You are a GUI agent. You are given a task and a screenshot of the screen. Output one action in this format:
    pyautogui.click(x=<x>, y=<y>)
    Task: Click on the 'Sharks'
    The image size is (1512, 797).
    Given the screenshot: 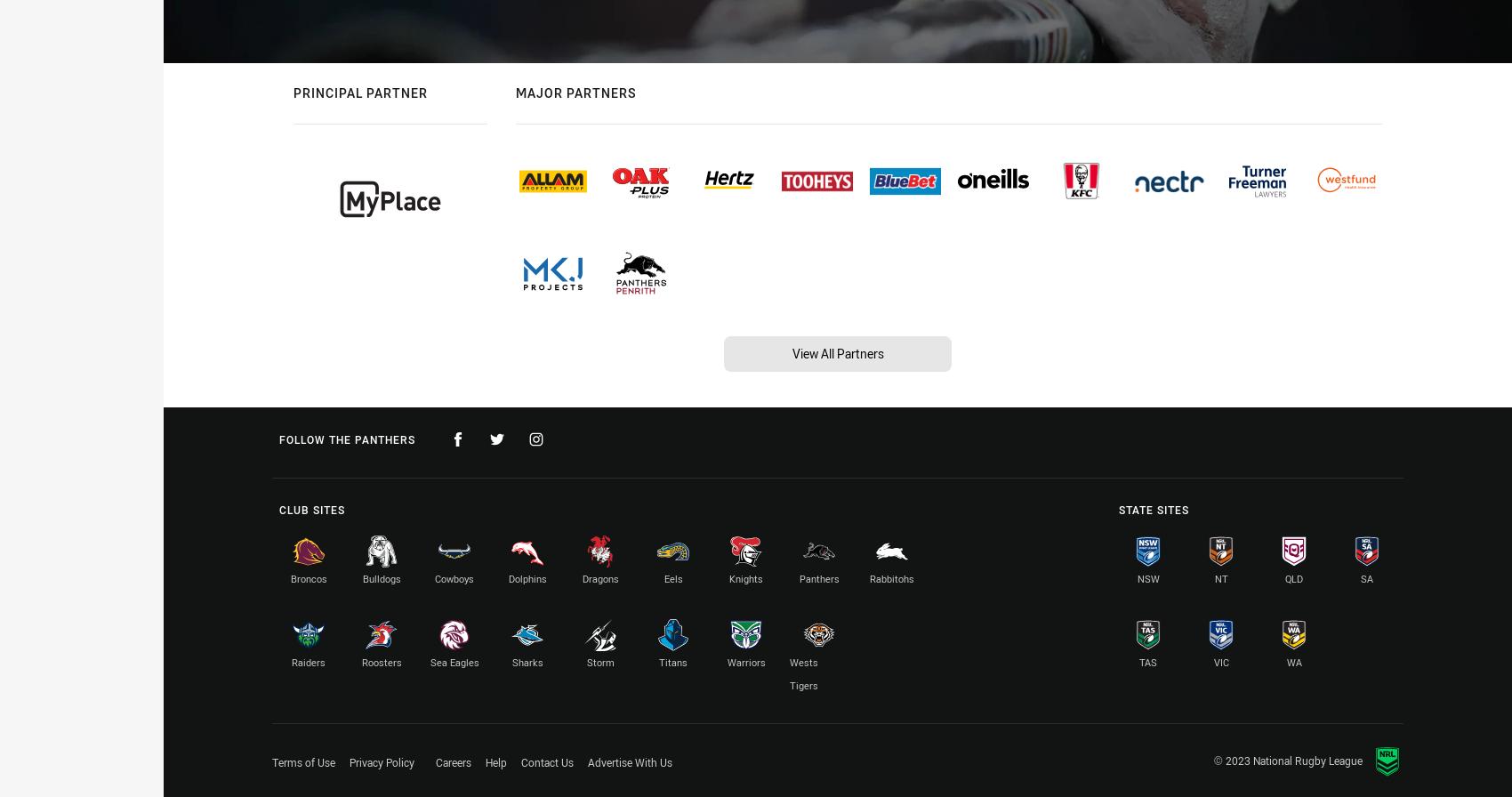 What is the action you would take?
    pyautogui.click(x=510, y=662)
    